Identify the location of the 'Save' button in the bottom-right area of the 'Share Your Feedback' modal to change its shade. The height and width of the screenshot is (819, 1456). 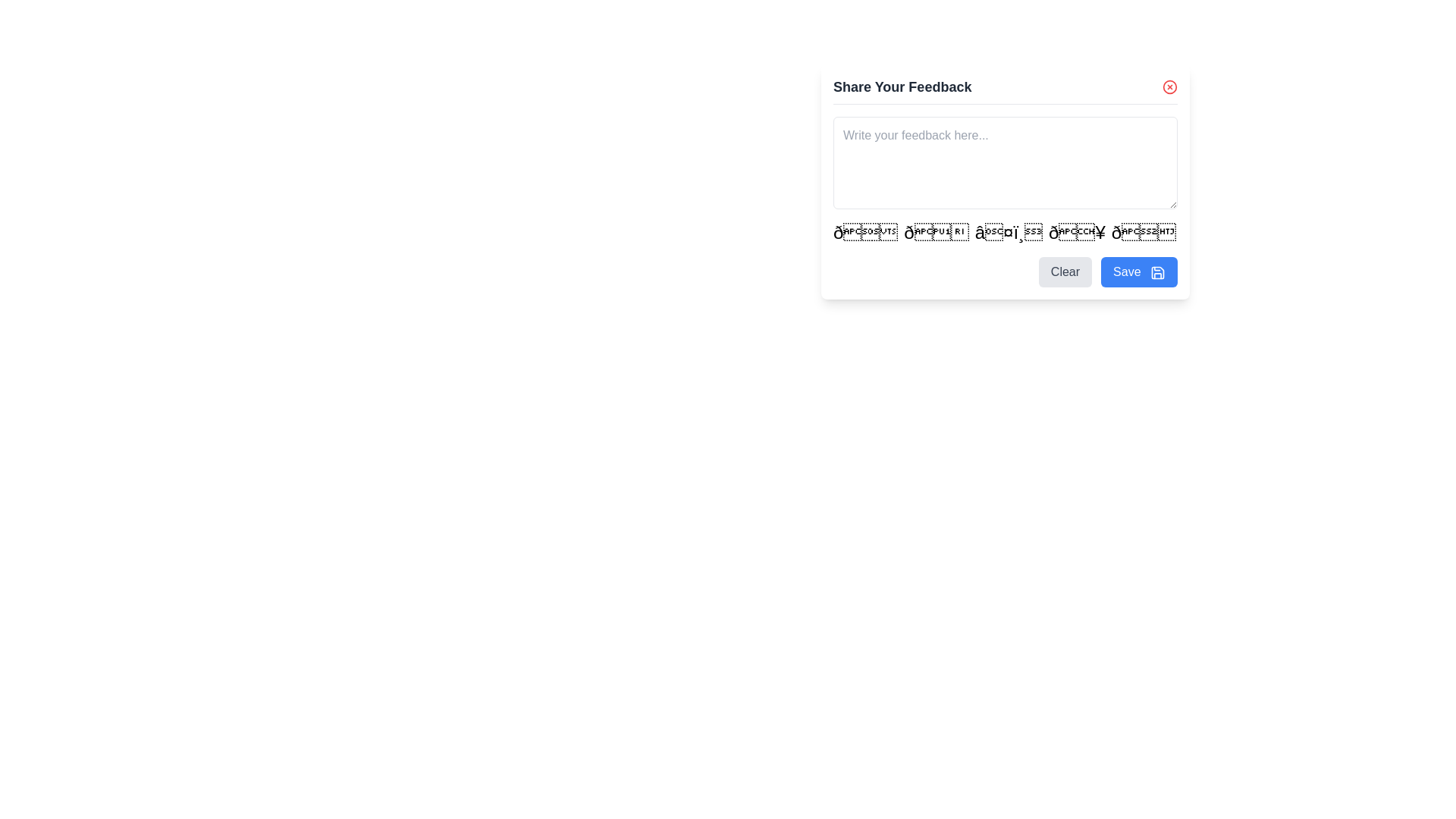
(1139, 271).